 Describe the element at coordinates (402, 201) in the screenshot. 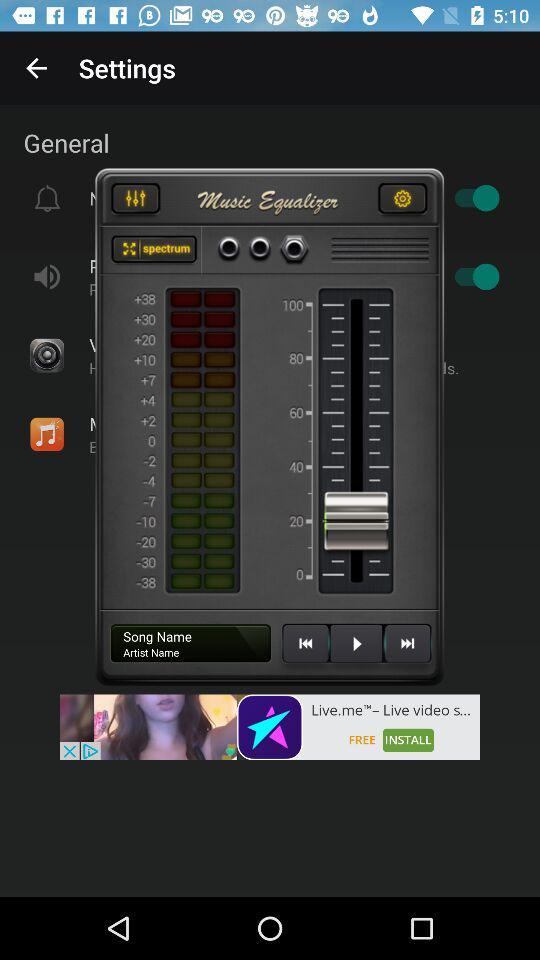

I see `satting` at that location.